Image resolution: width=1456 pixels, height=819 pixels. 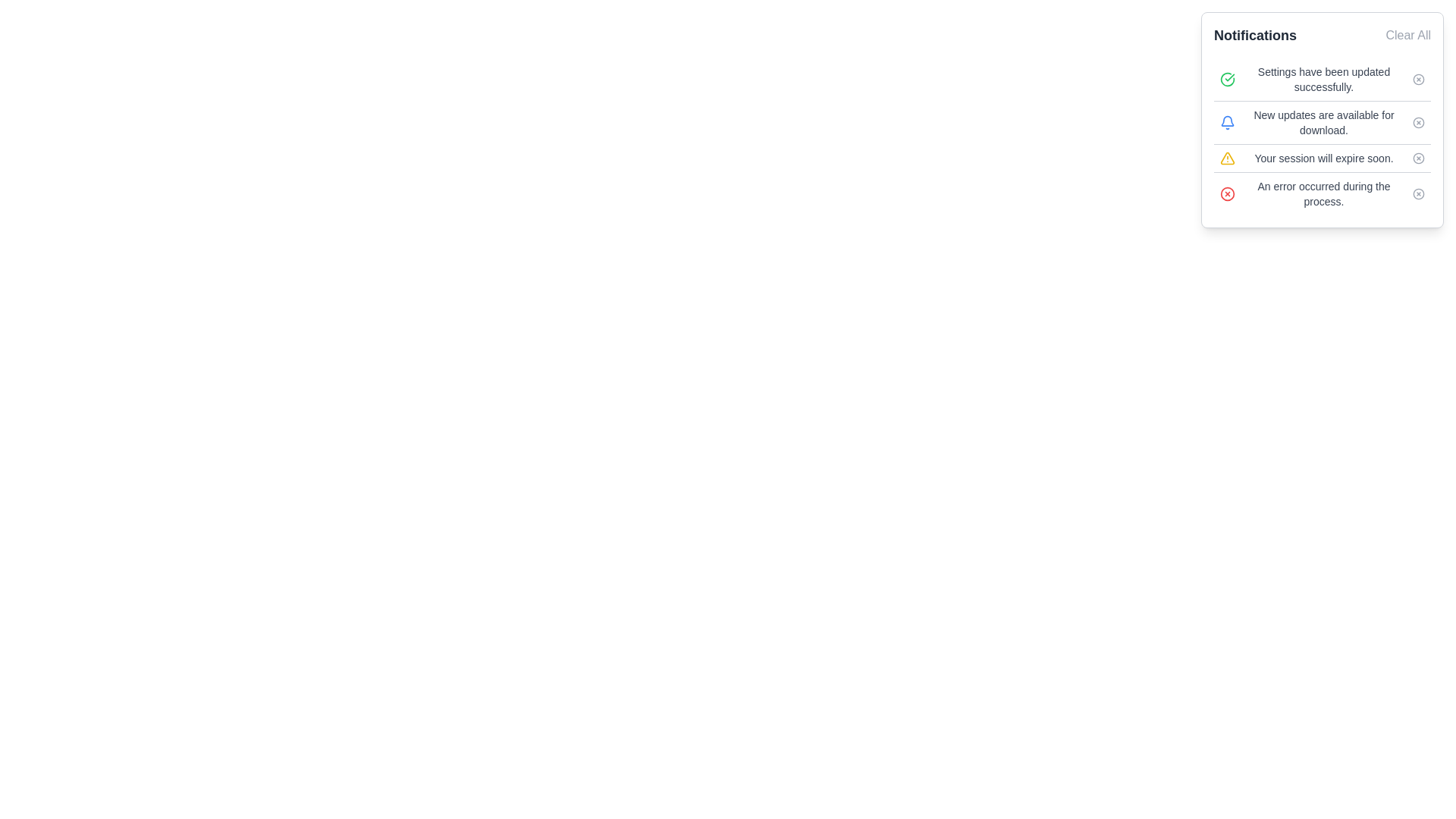 What do you see at coordinates (1321, 121) in the screenshot?
I see `the second notification item in the 'Notifications' section, which features a blue bell icon on the left and an 'X' icon on the right` at bounding box center [1321, 121].